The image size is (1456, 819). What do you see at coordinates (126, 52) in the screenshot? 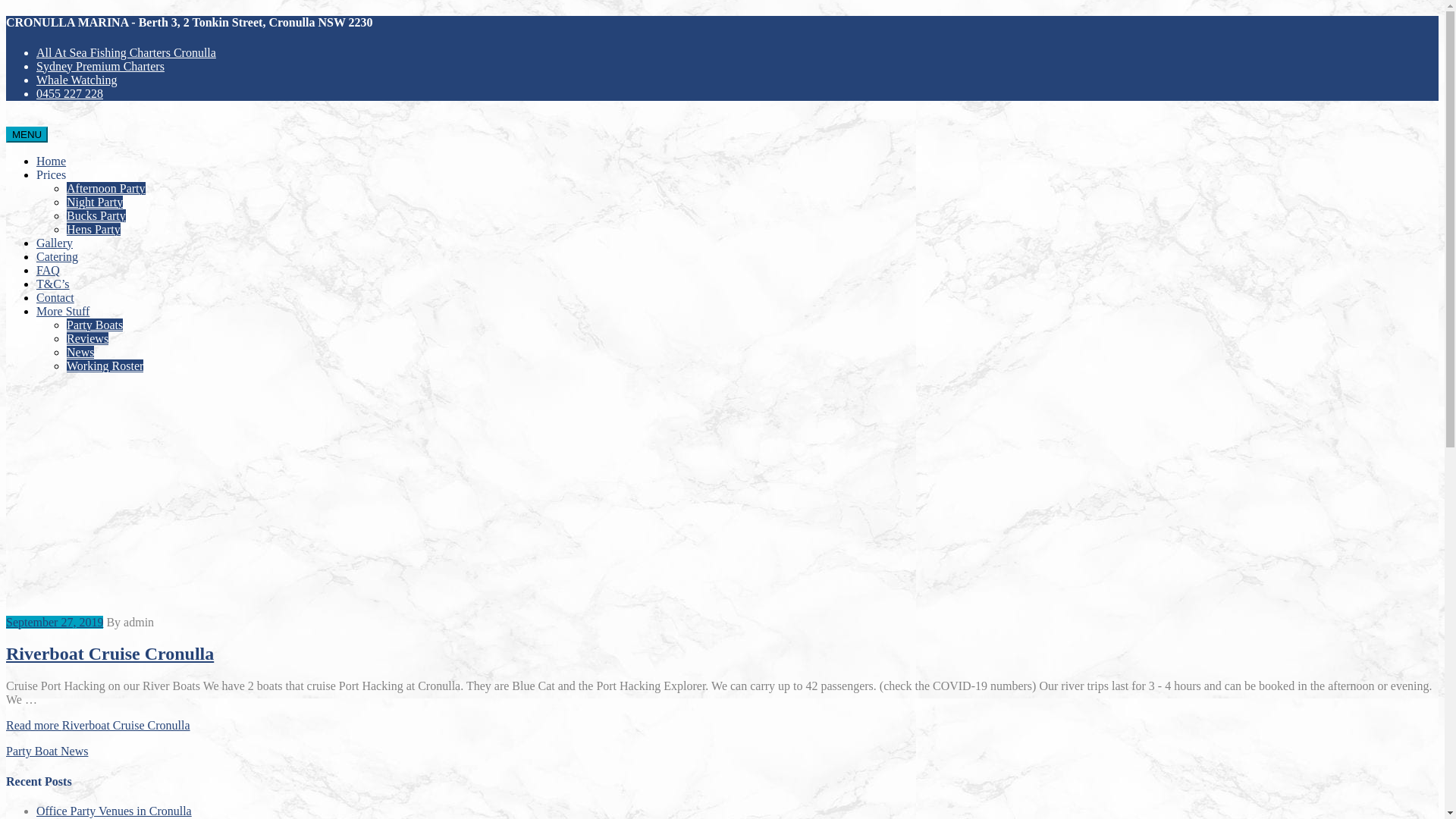
I see `'All At Sea Fishing Charters Cronulla'` at bounding box center [126, 52].